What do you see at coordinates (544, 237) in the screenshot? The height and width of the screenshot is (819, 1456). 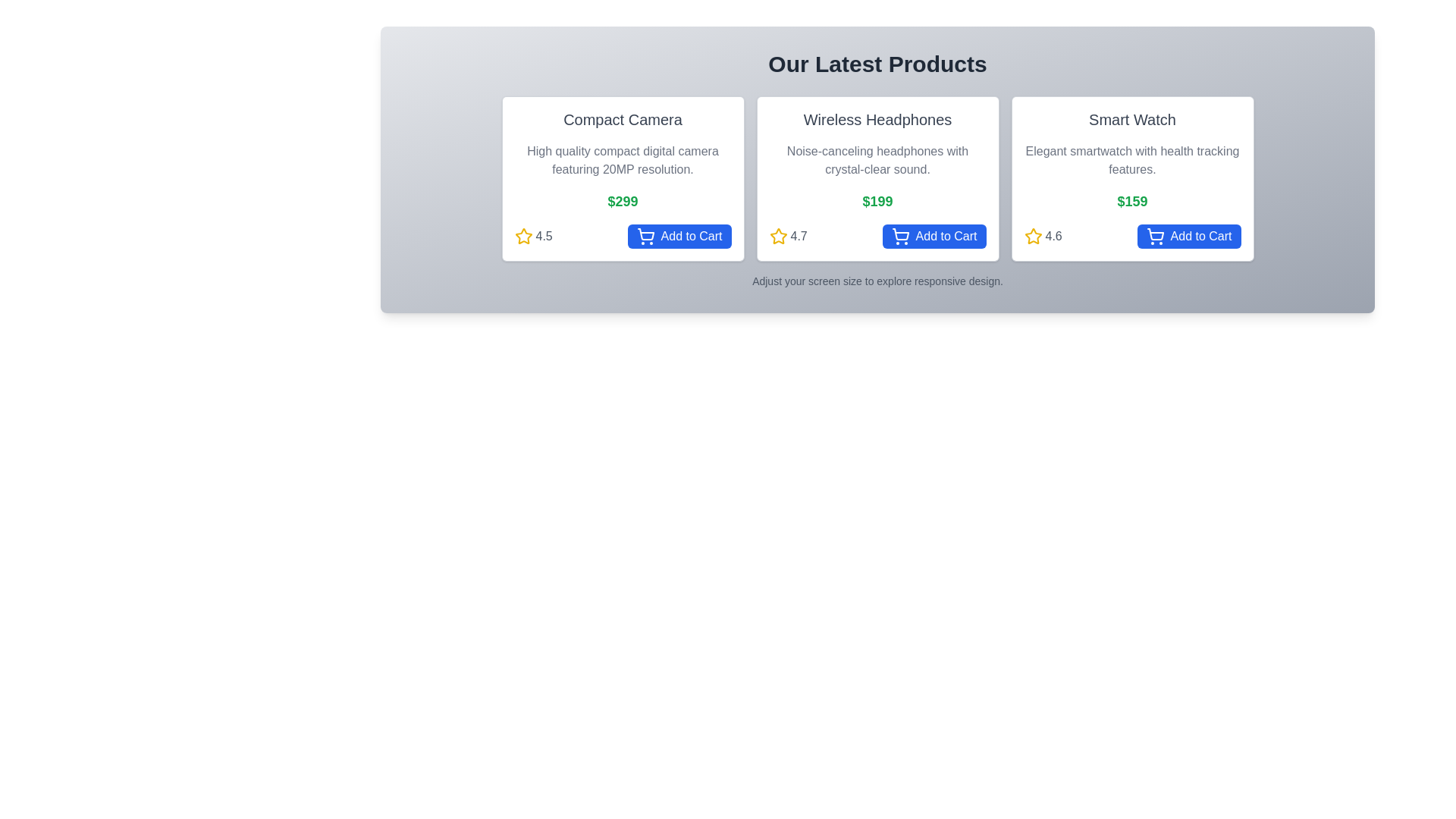 I see `the product rating text located in the bottom-left section of the 'Compact Camera' card, adjacent to the star icon` at bounding box center [544, 237].